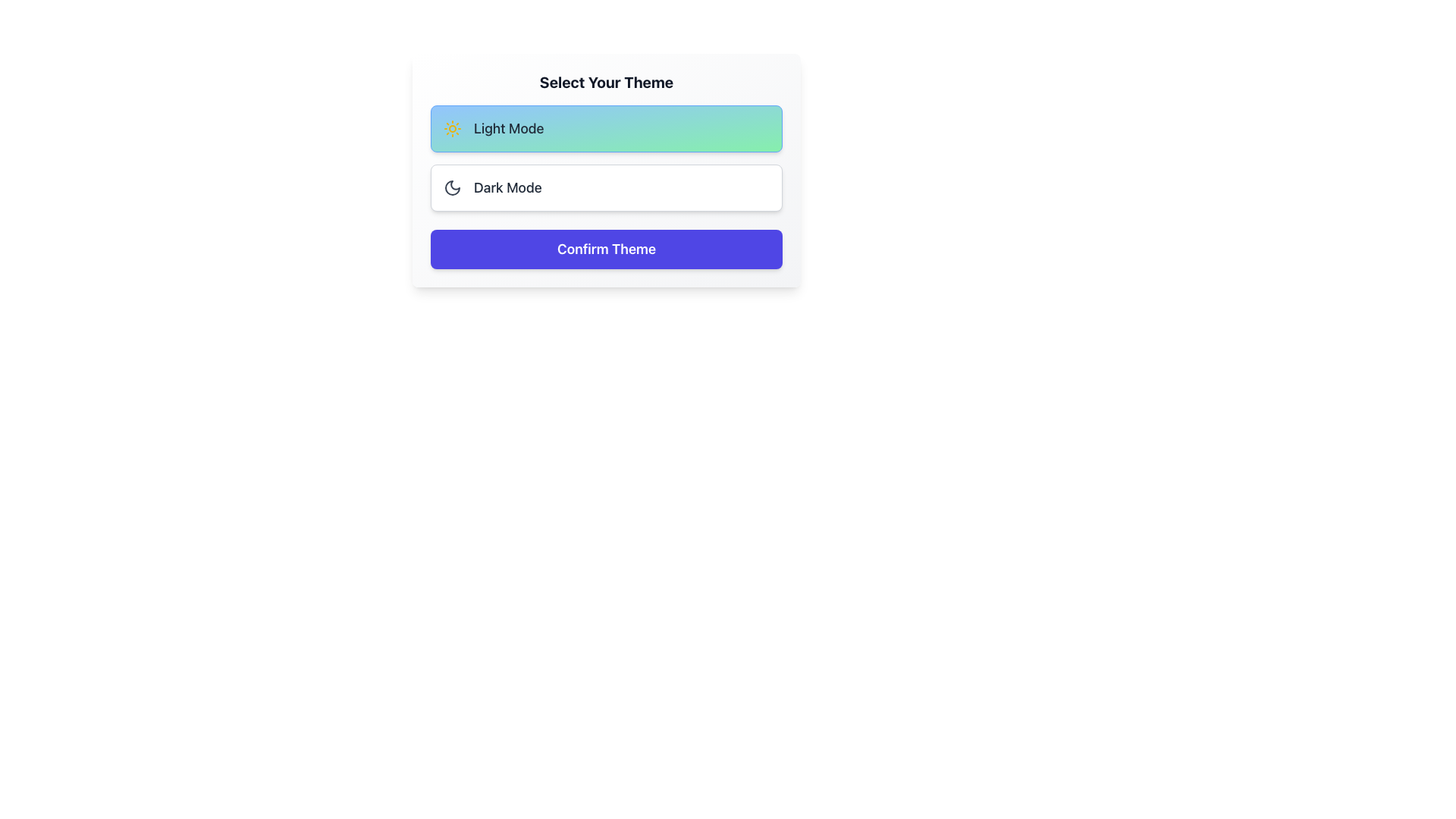 Image resolution: width=1456 pixels, height=819 pixels. I want to click on the sun icon representing 'Light Mode', which is located at the leftmost part of the section and adjacent to the text label 'Light Mode', so click(451, 127).